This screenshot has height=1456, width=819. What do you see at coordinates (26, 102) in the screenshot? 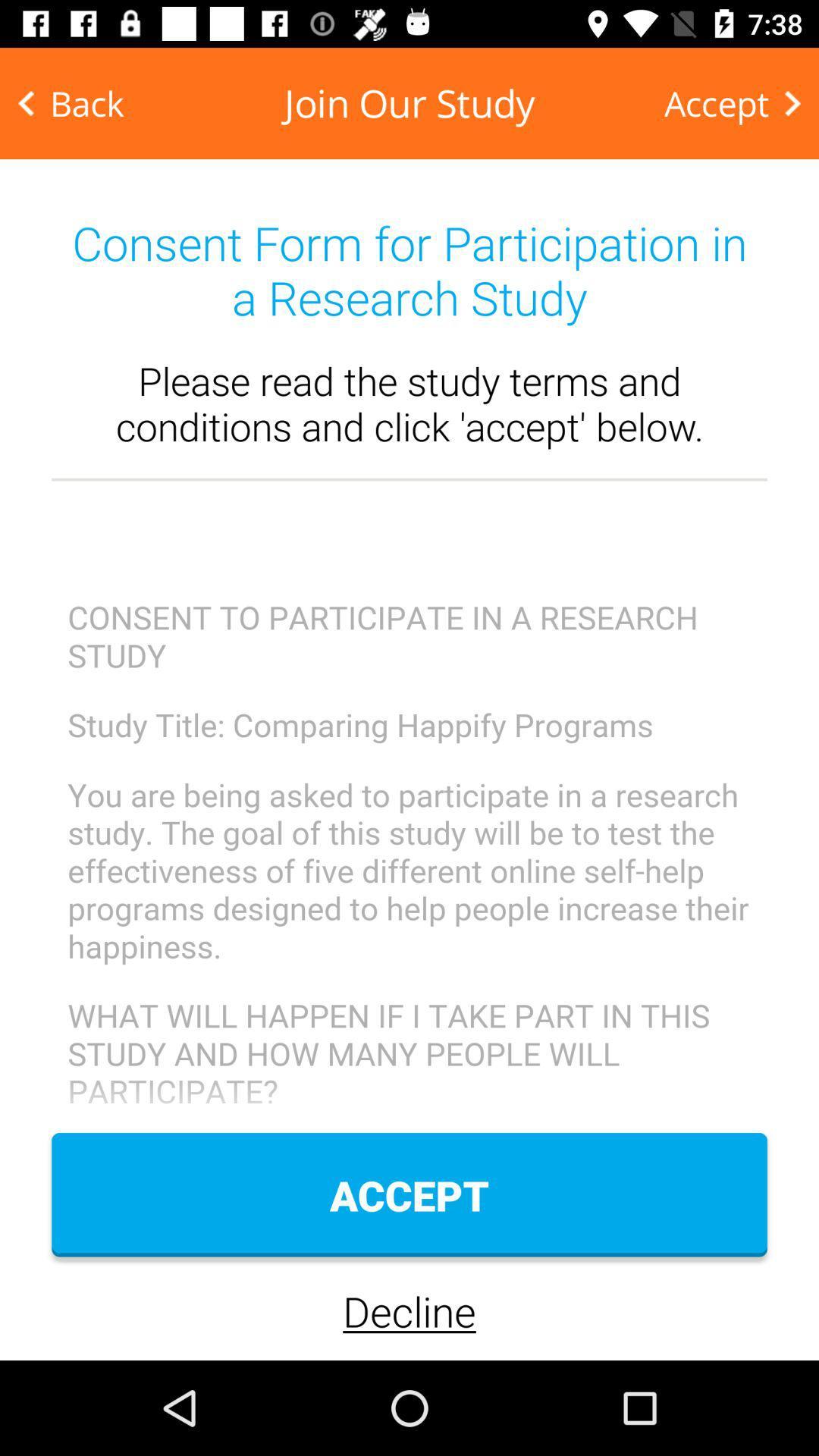
I see `the arrow_backward icon` at bounding box center [26, 102].